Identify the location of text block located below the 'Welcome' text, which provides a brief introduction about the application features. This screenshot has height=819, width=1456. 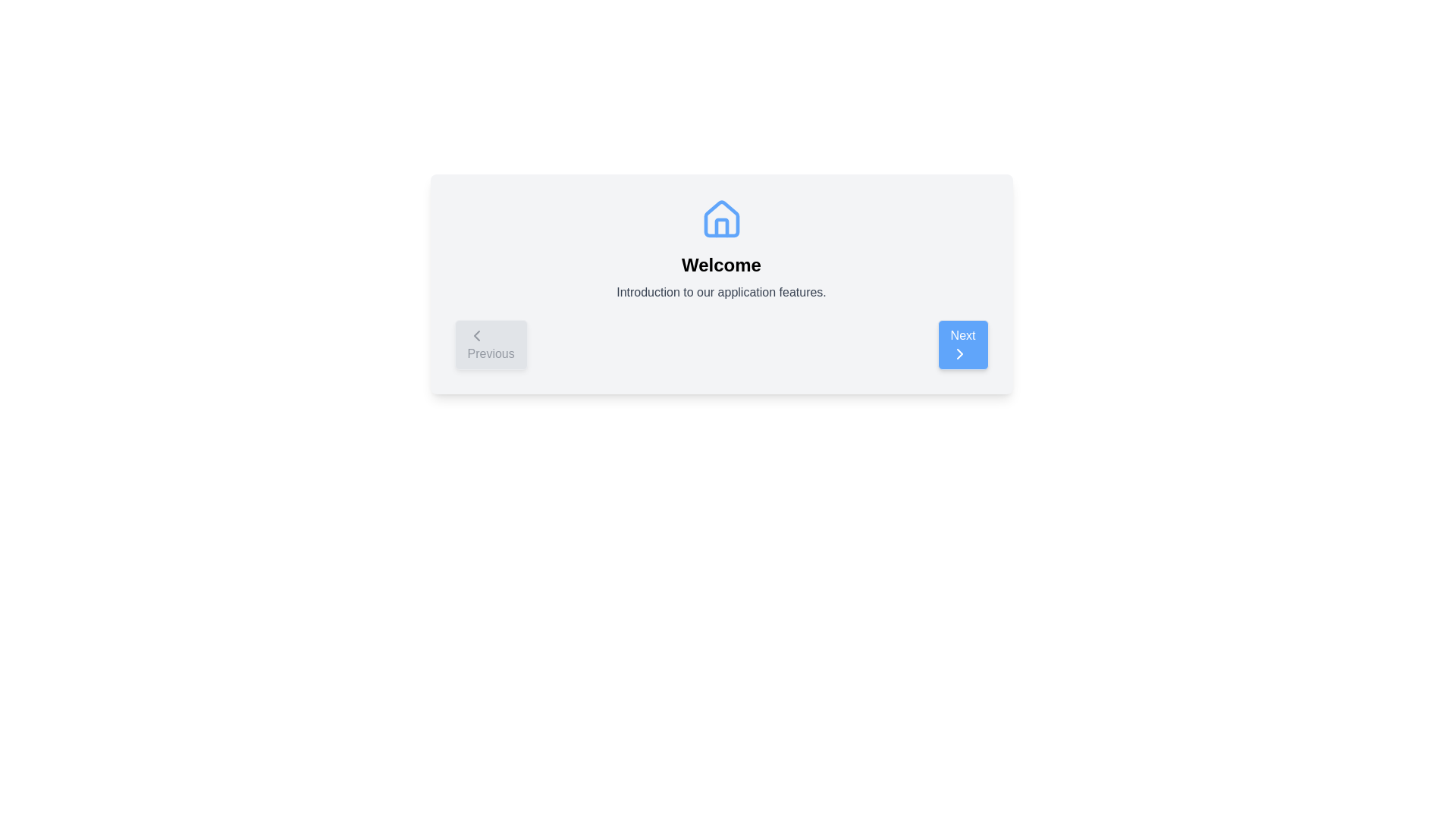
(720, 292).